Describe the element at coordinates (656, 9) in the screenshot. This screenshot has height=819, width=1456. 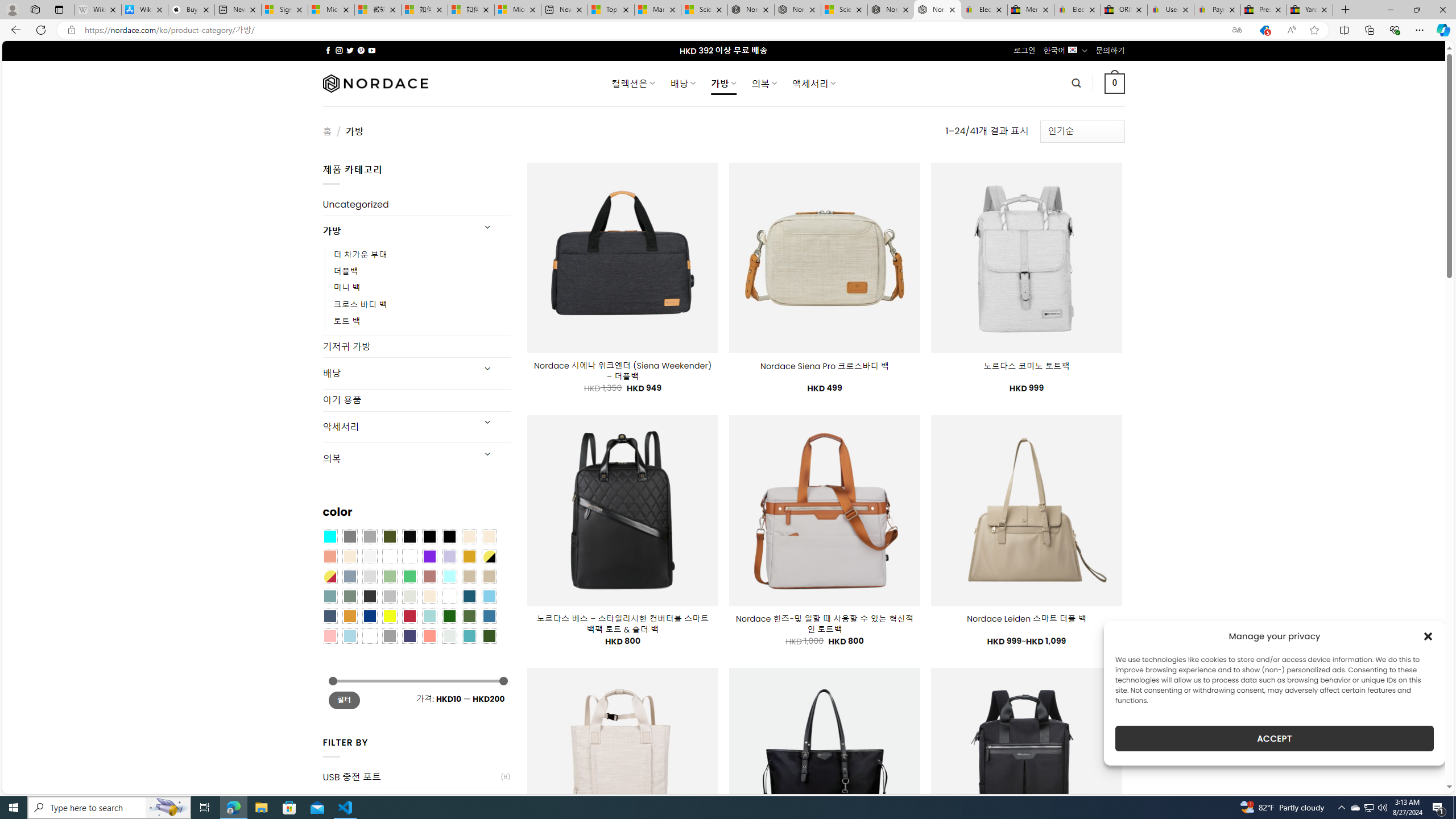
I see `'Marine life - MSN'` at that location.